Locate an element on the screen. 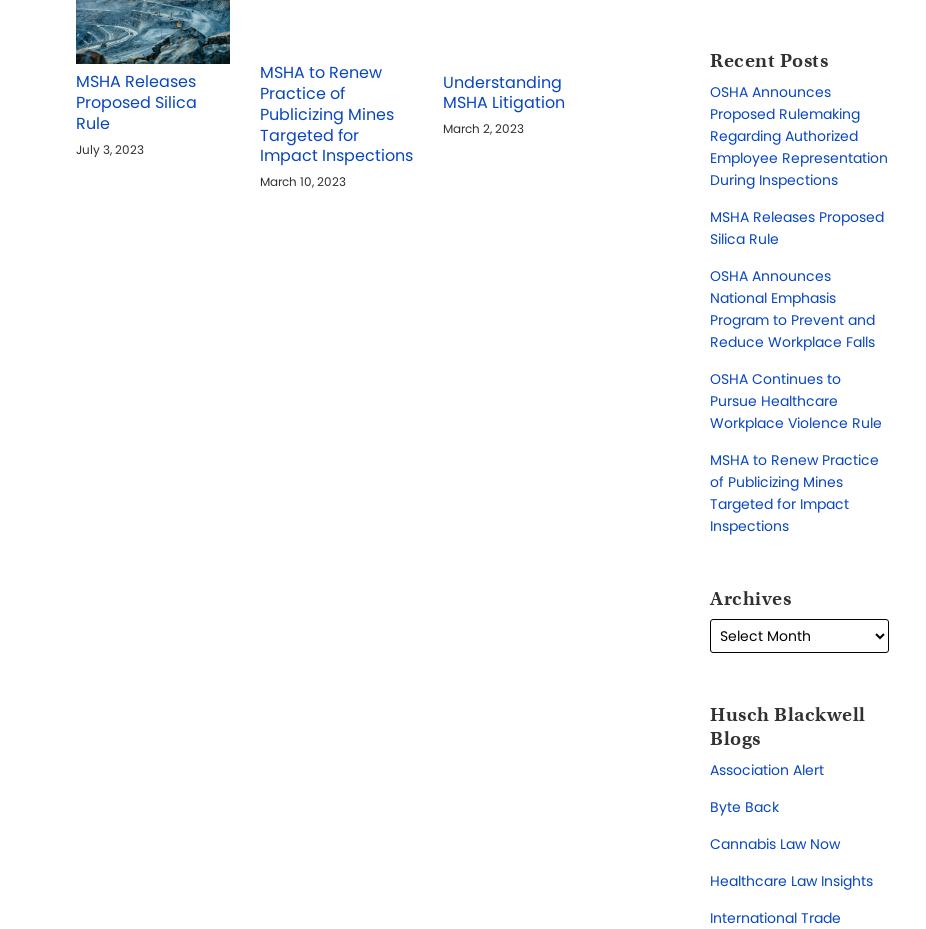 Image resolution: width=926 pixels, height=929 pixels. 'OSHA Announces Proposed Rulemaking Regarding Authorized Employee Representation During Inspections' is located at coordinates (799, 134).